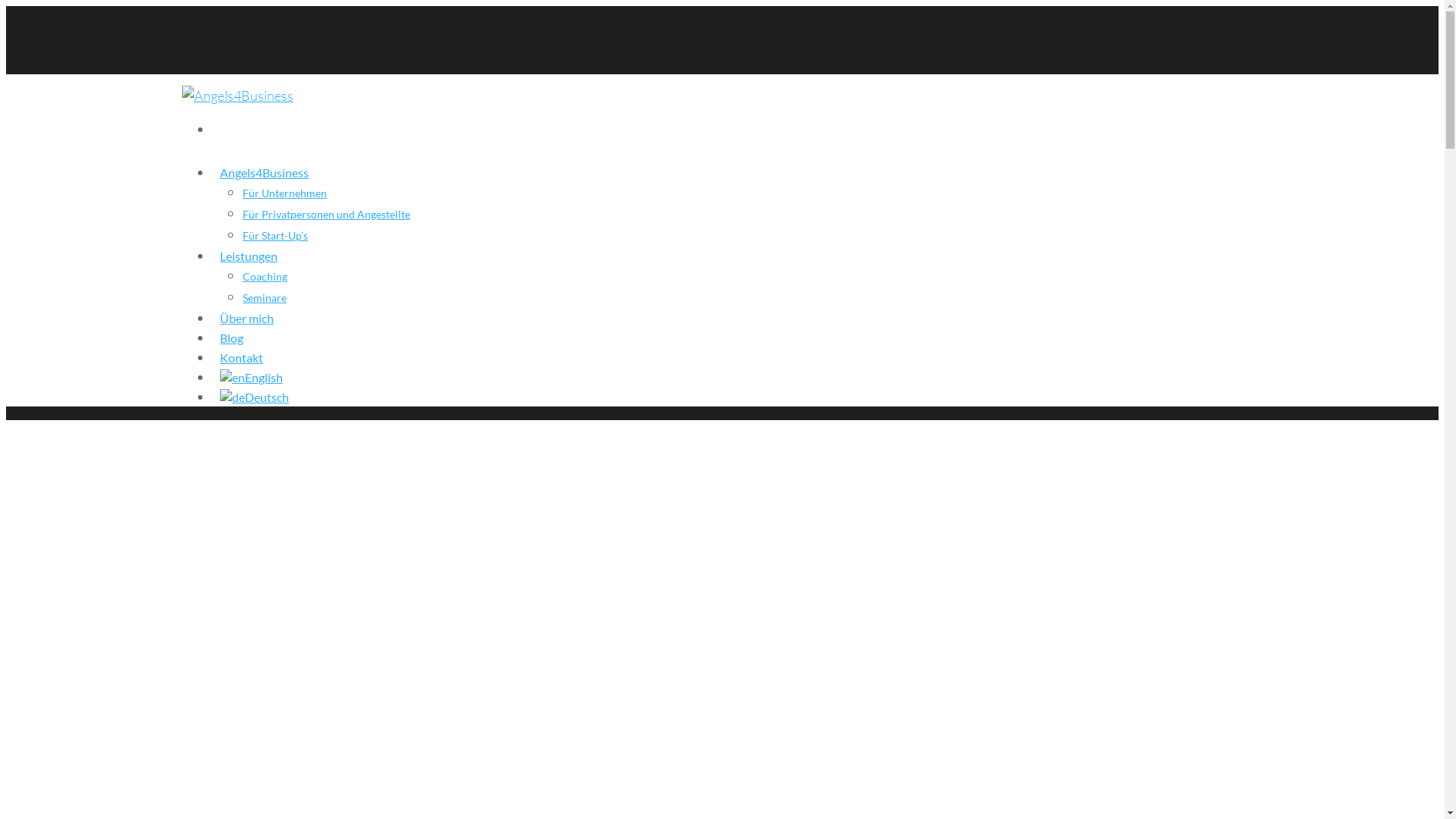  Describe the element at coordinates (264, 177) in the screenshot. I see `'Angels4Business'` at that location.